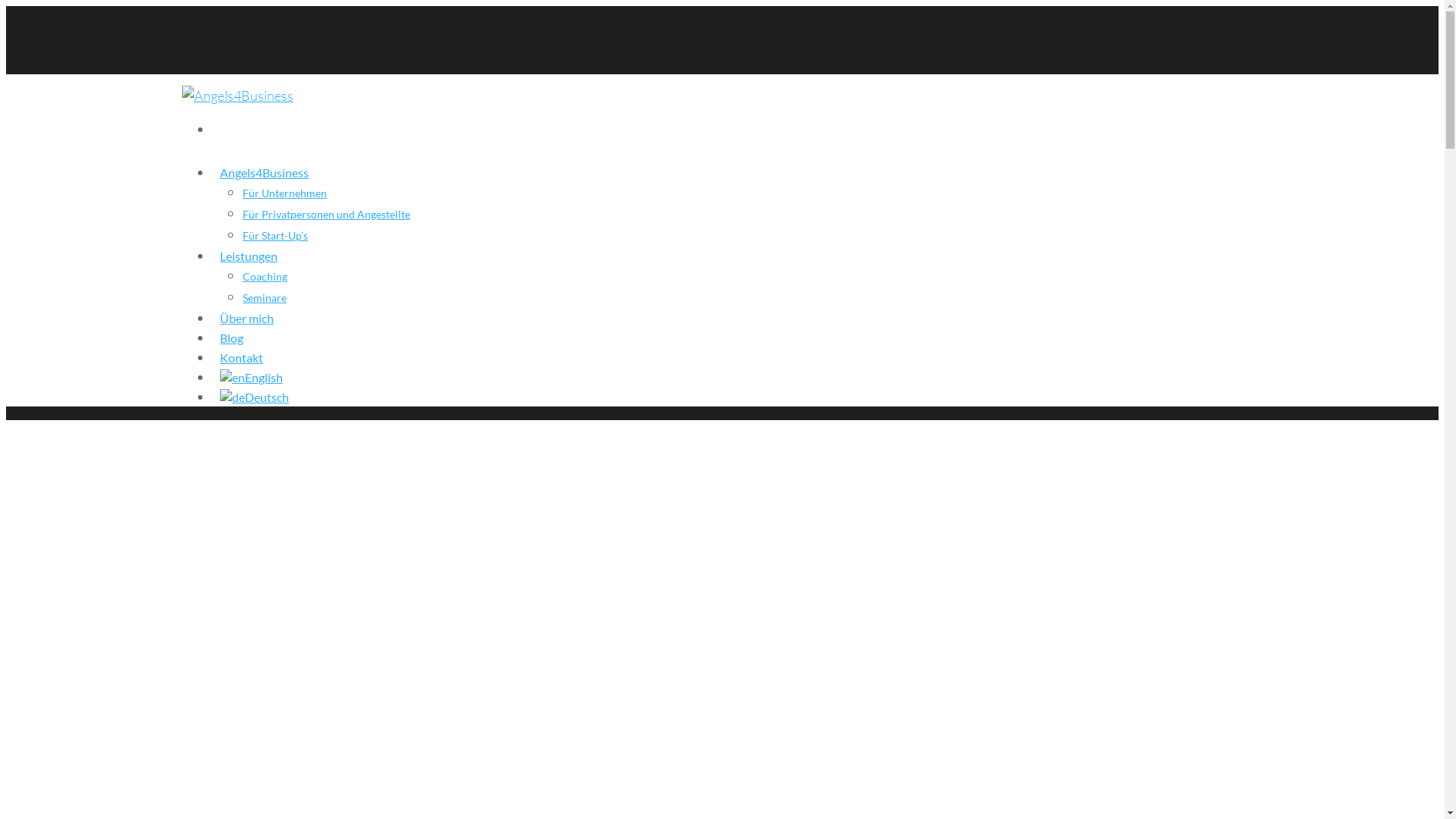  Describe the element at coordinates (264, 177) in the screenshot. I see `'Angels4Business'` at that location.